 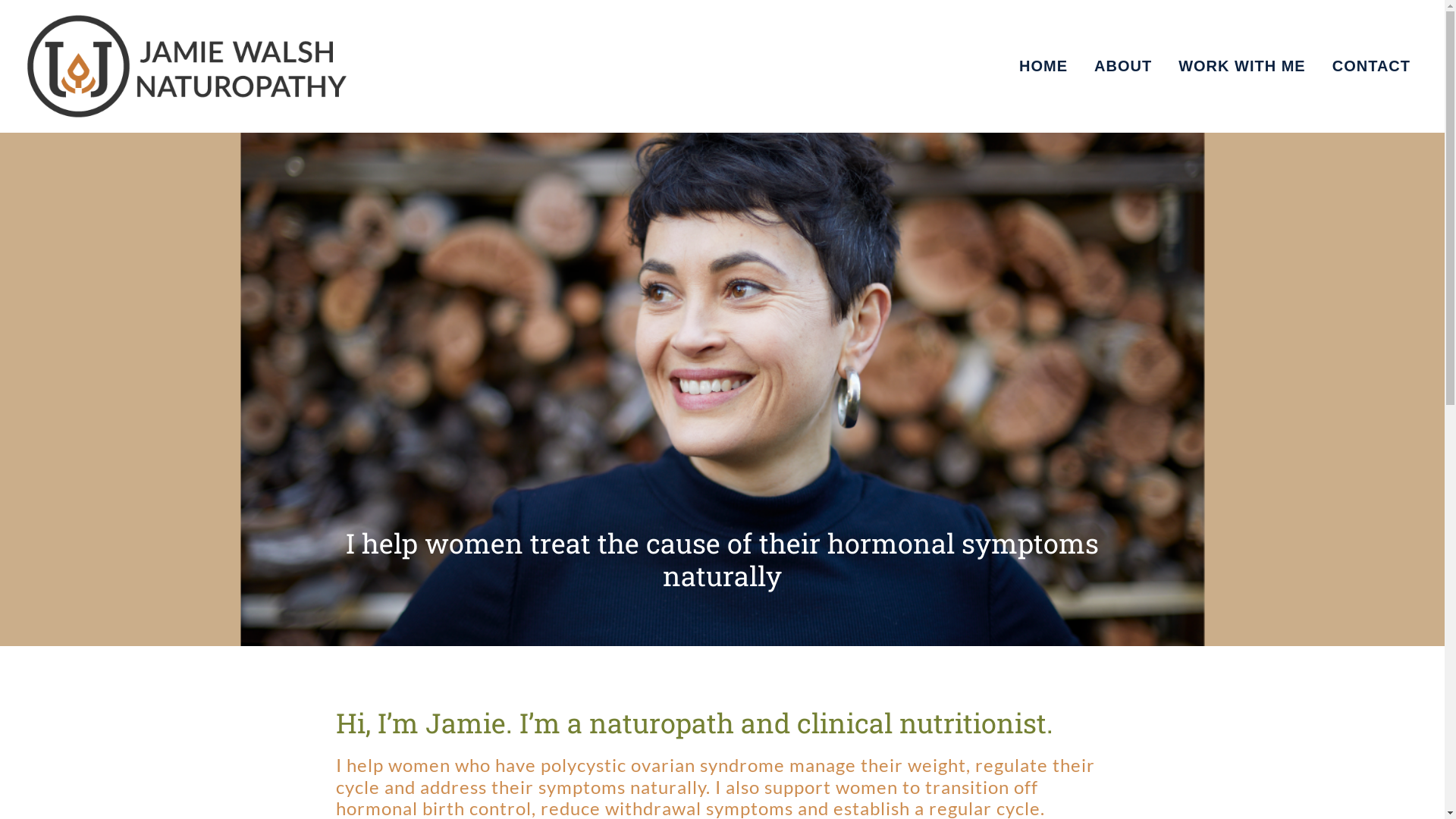 I want to click on 'WORK WITH ME', so click(x=1241, y=65).